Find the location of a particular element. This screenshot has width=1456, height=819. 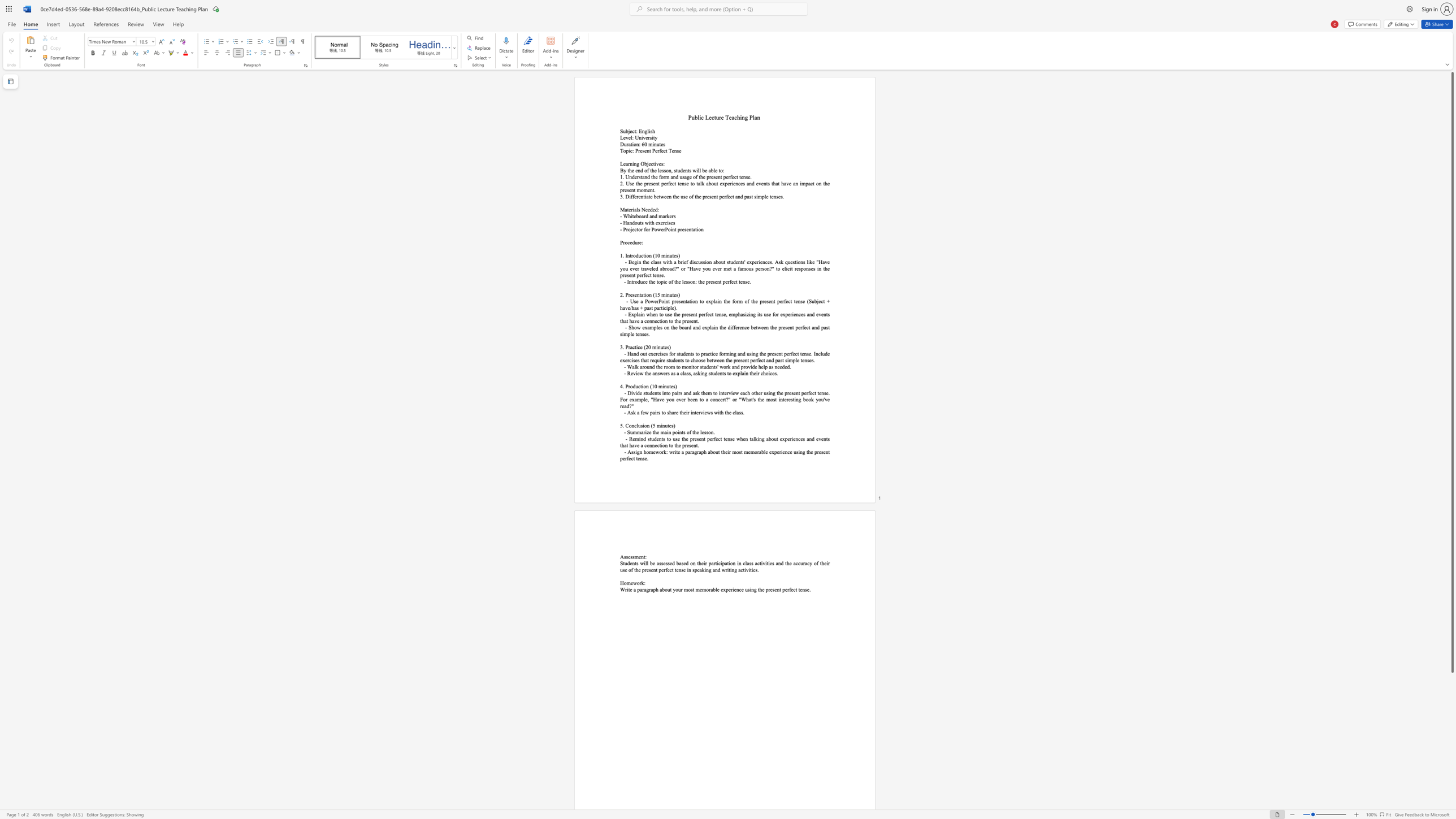

the 11th character "n" in the text is located at coordinates (733, 570).